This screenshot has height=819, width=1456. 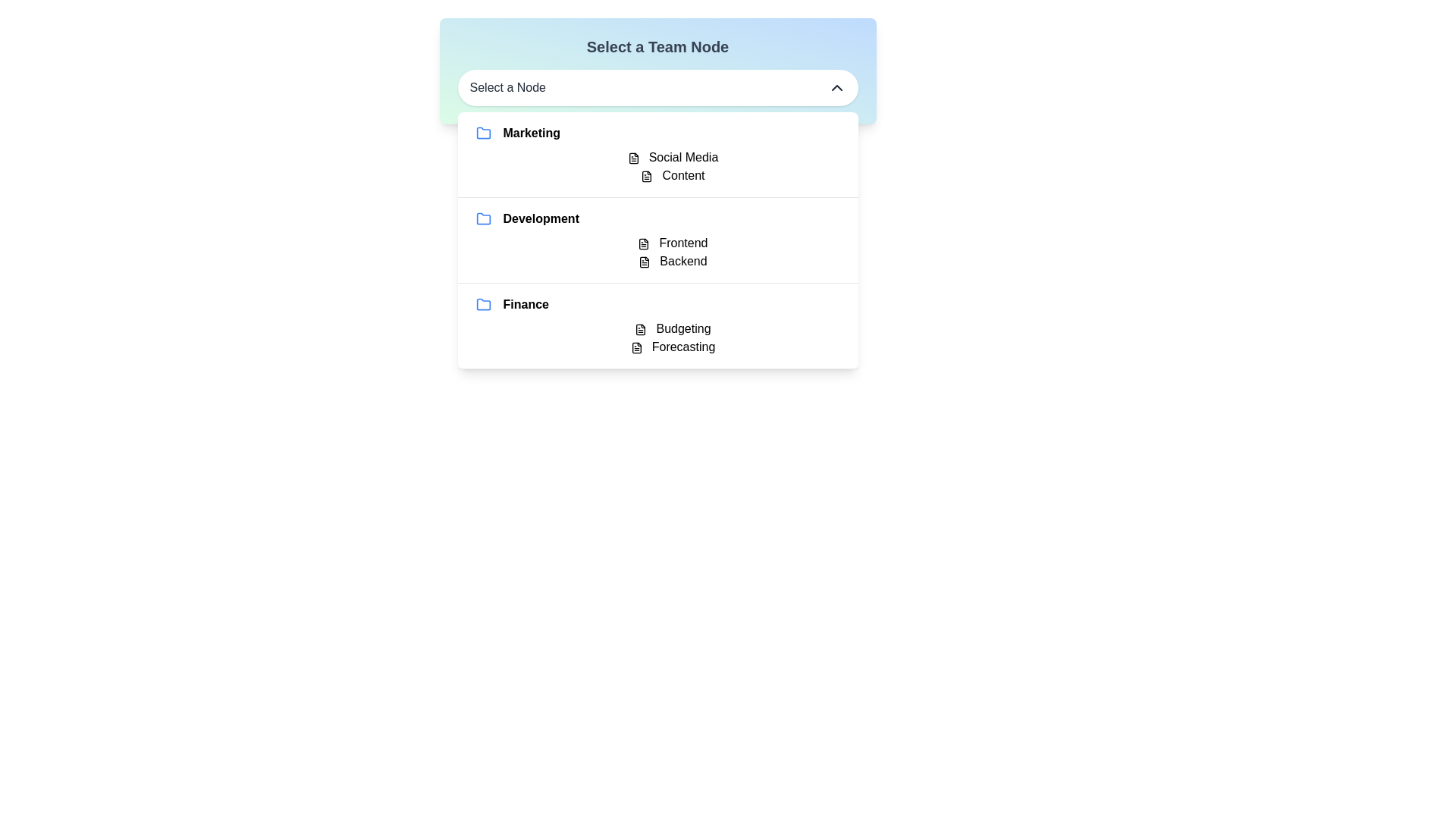 What do you see at coordinates (482, 304) in the screenshot?
I see `the blue folder icon located to the left of the 'Finance' label` at bounding box center [482, 304].